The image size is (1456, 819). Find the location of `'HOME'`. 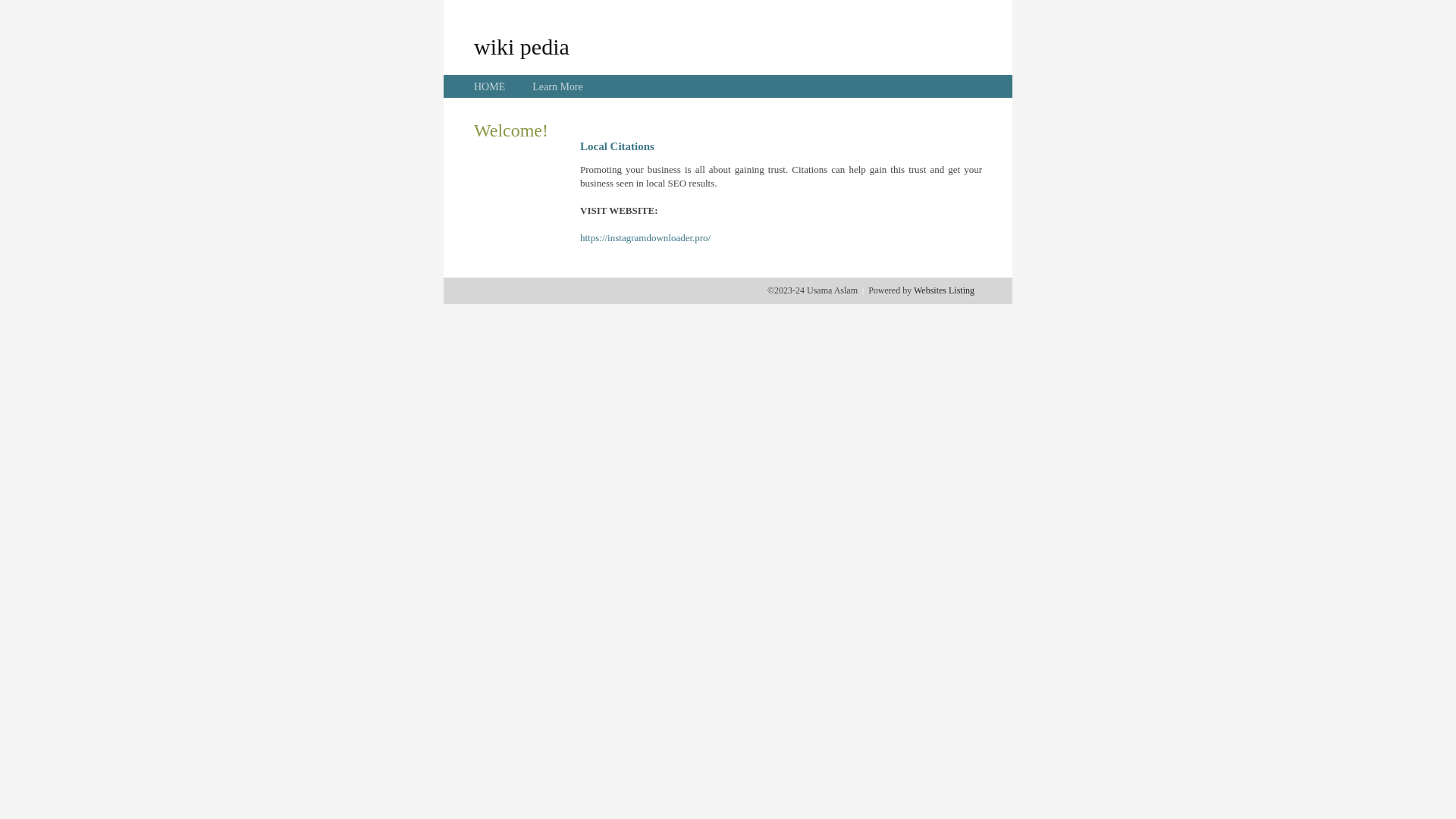

'HOME' is located at coordinates (472, 86).